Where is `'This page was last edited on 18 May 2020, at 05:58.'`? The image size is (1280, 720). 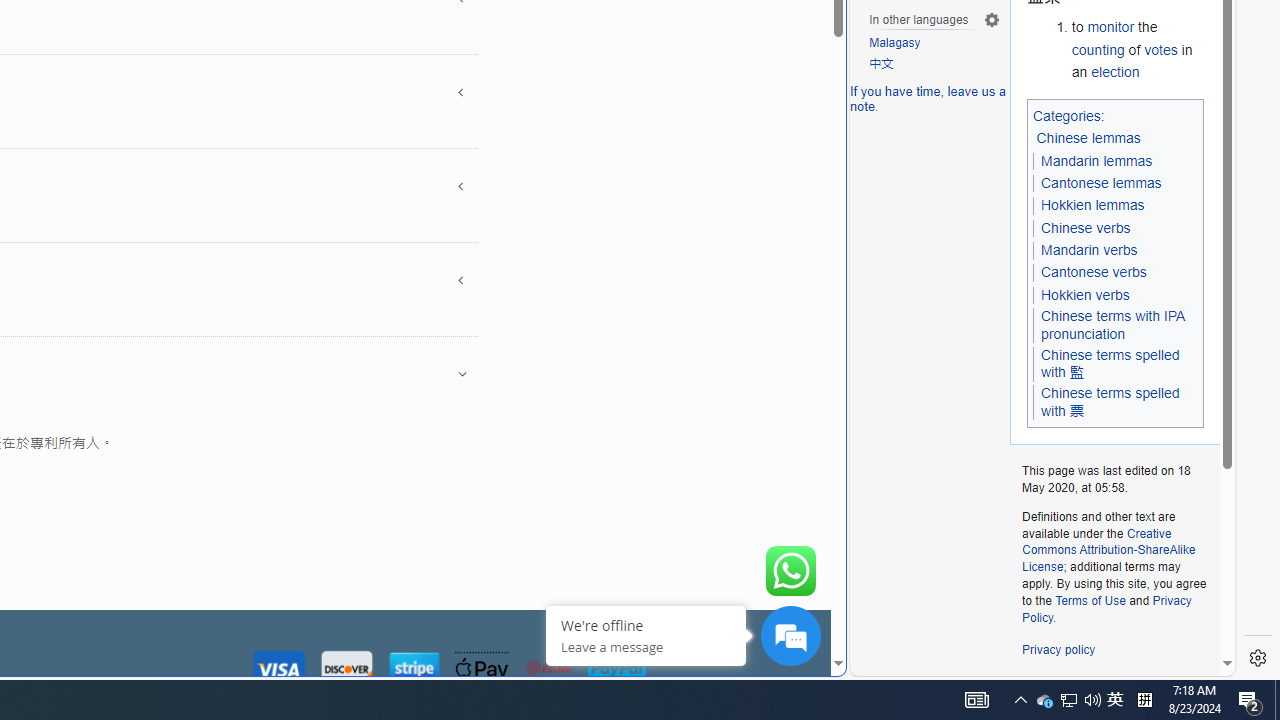 'This page was last edited on 18 May 2020, at 05:58.' is located at coordinates (1113, 480).